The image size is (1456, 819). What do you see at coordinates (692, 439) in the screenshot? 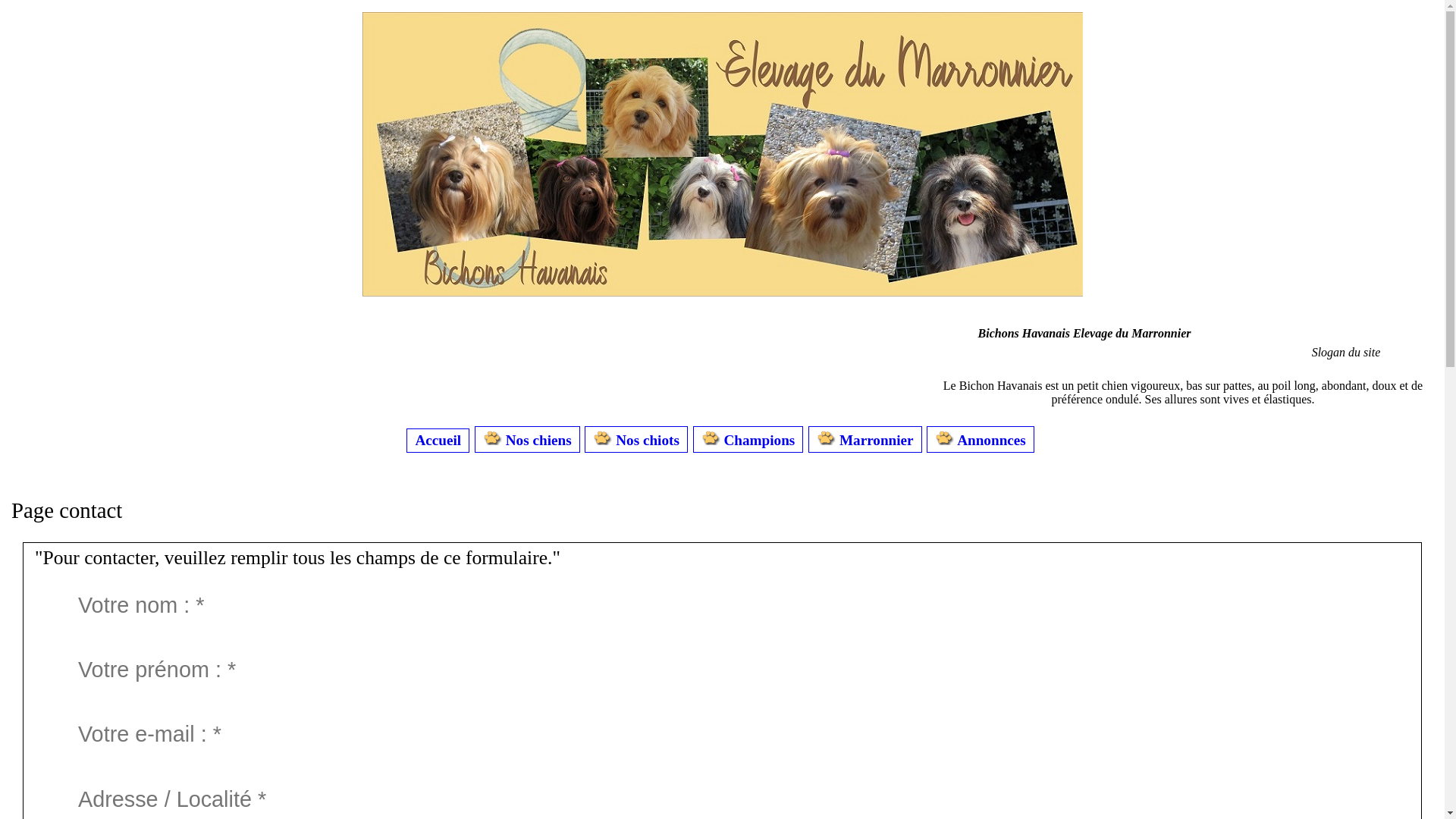
I see `'Champions'` at bounding box center [692, 439].